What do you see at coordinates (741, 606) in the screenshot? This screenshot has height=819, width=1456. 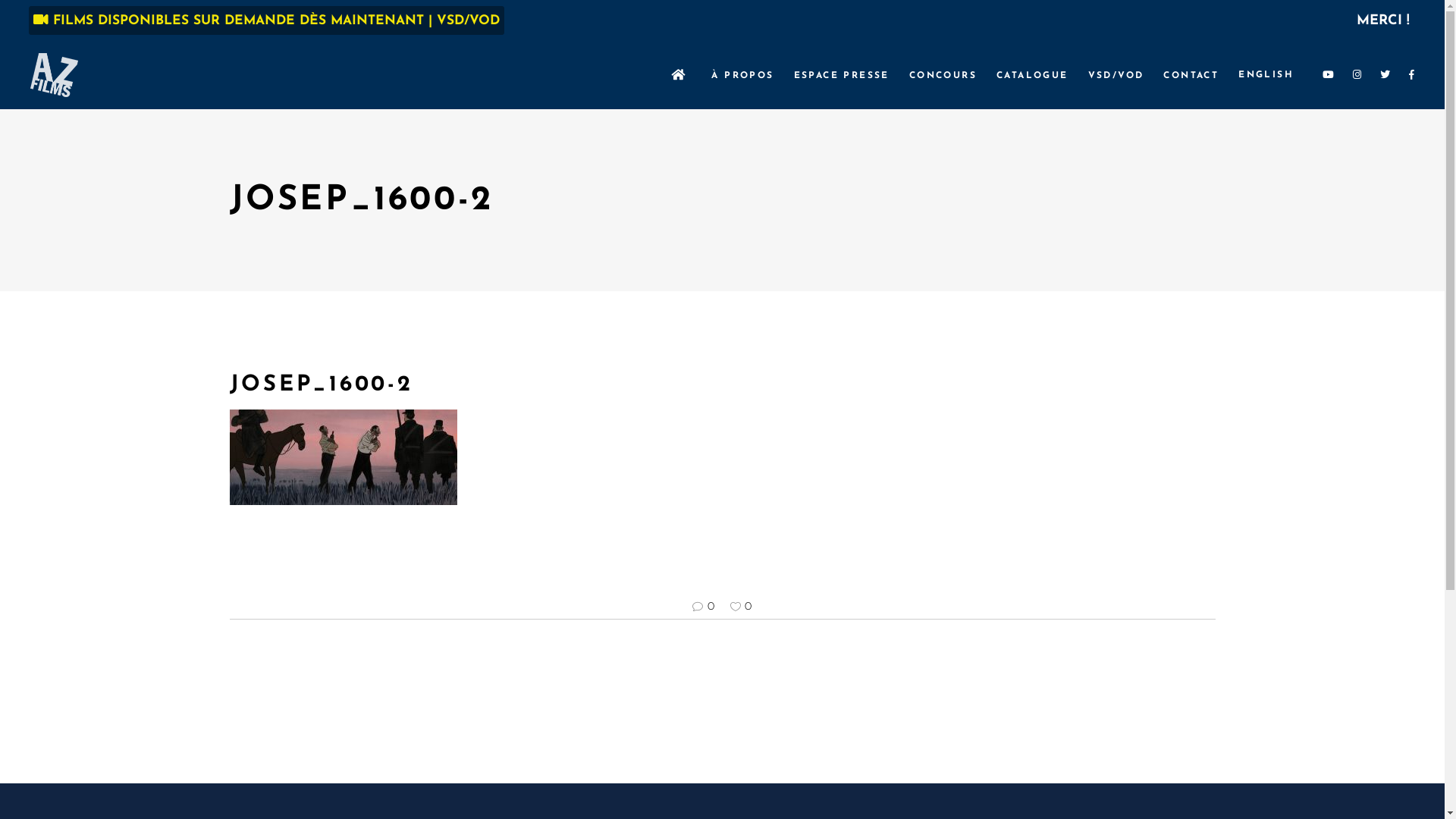 I see `'0'` at bounding box center [741, 606].